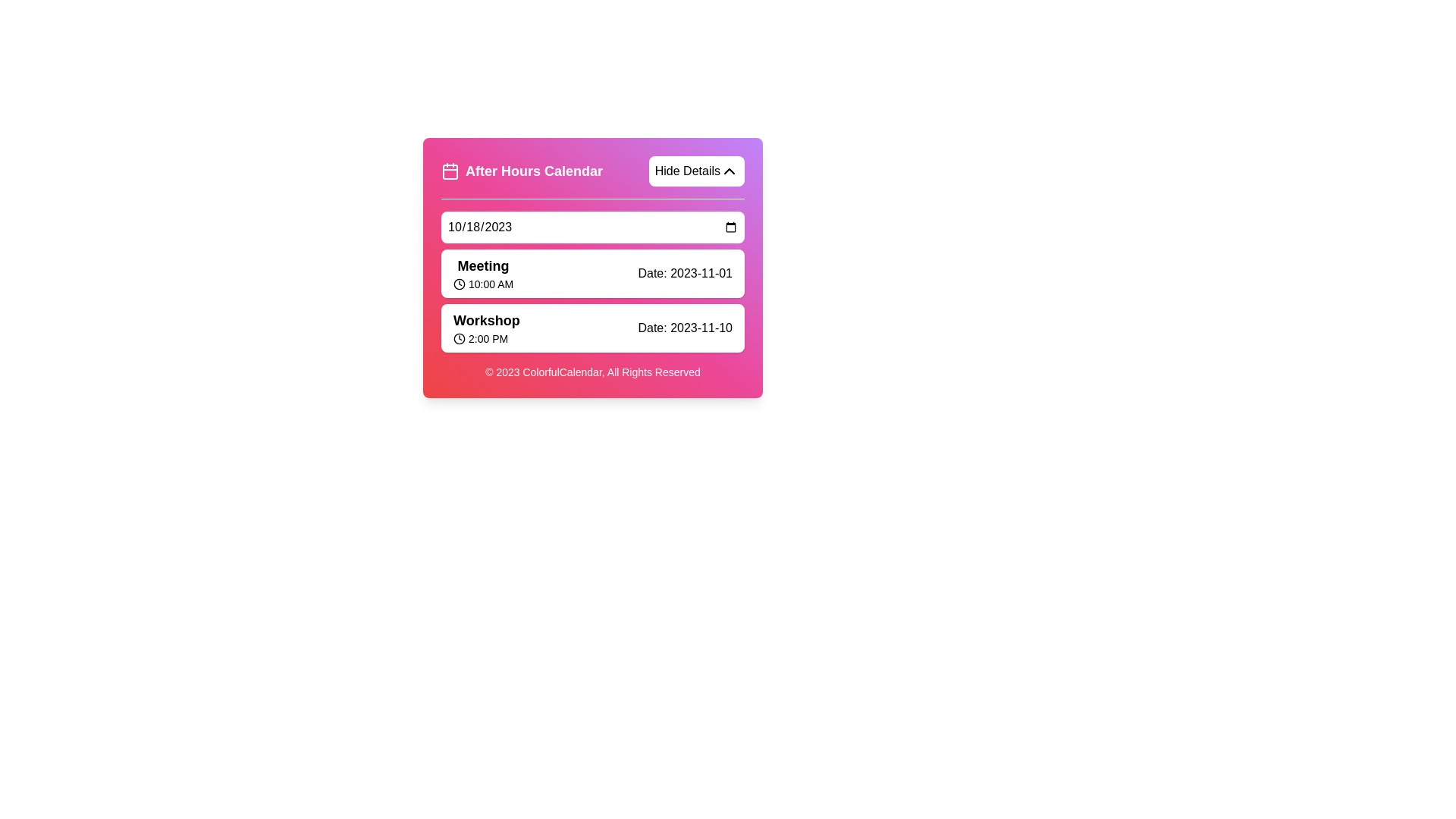 The image size is (1456, 819). Describe the element at coordinates (729, 171) in the screenshot. I see `the 'Hide Details' button` at that location.